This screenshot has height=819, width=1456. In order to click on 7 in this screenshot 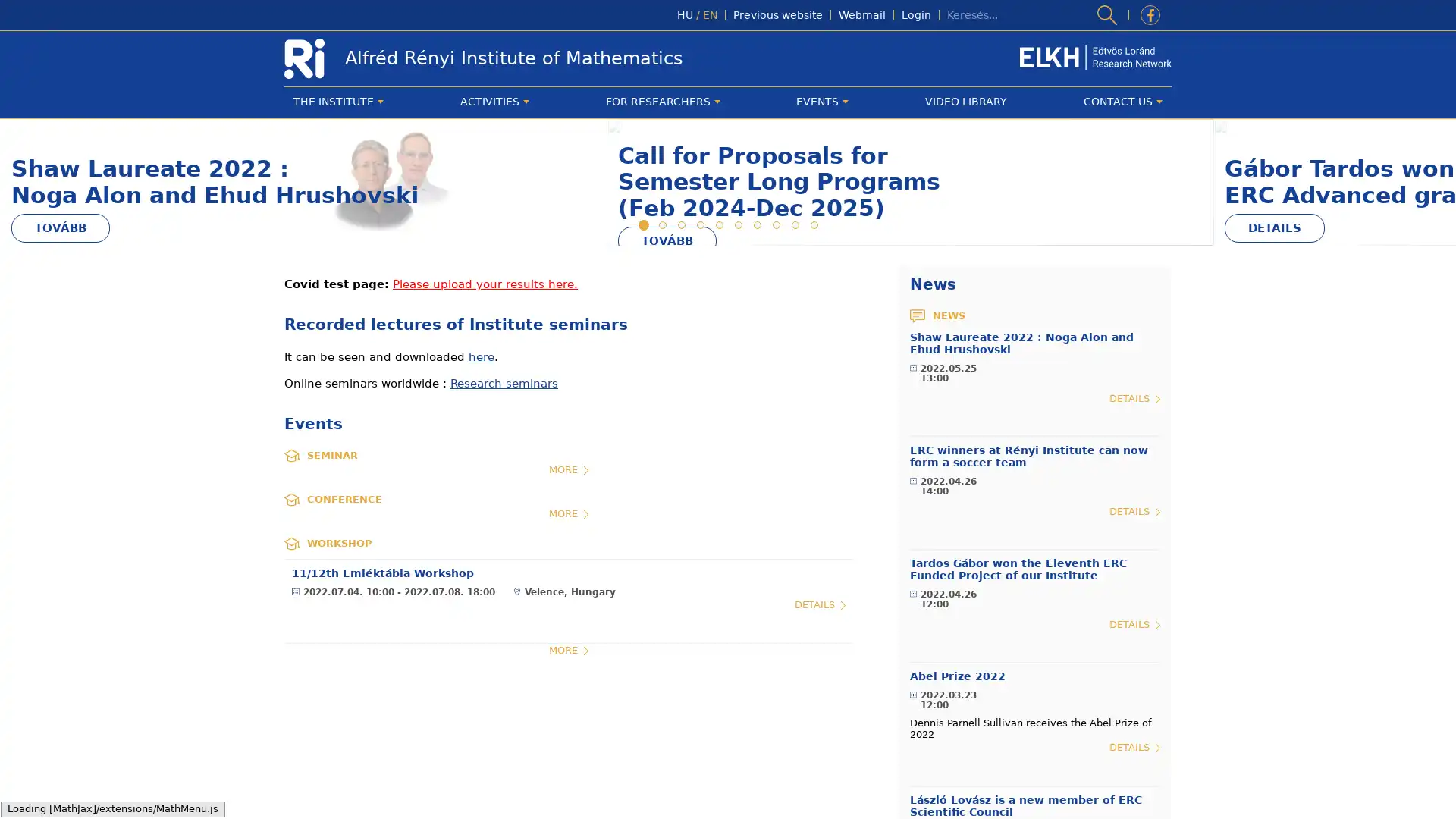, I will do `click(756, 400)`.